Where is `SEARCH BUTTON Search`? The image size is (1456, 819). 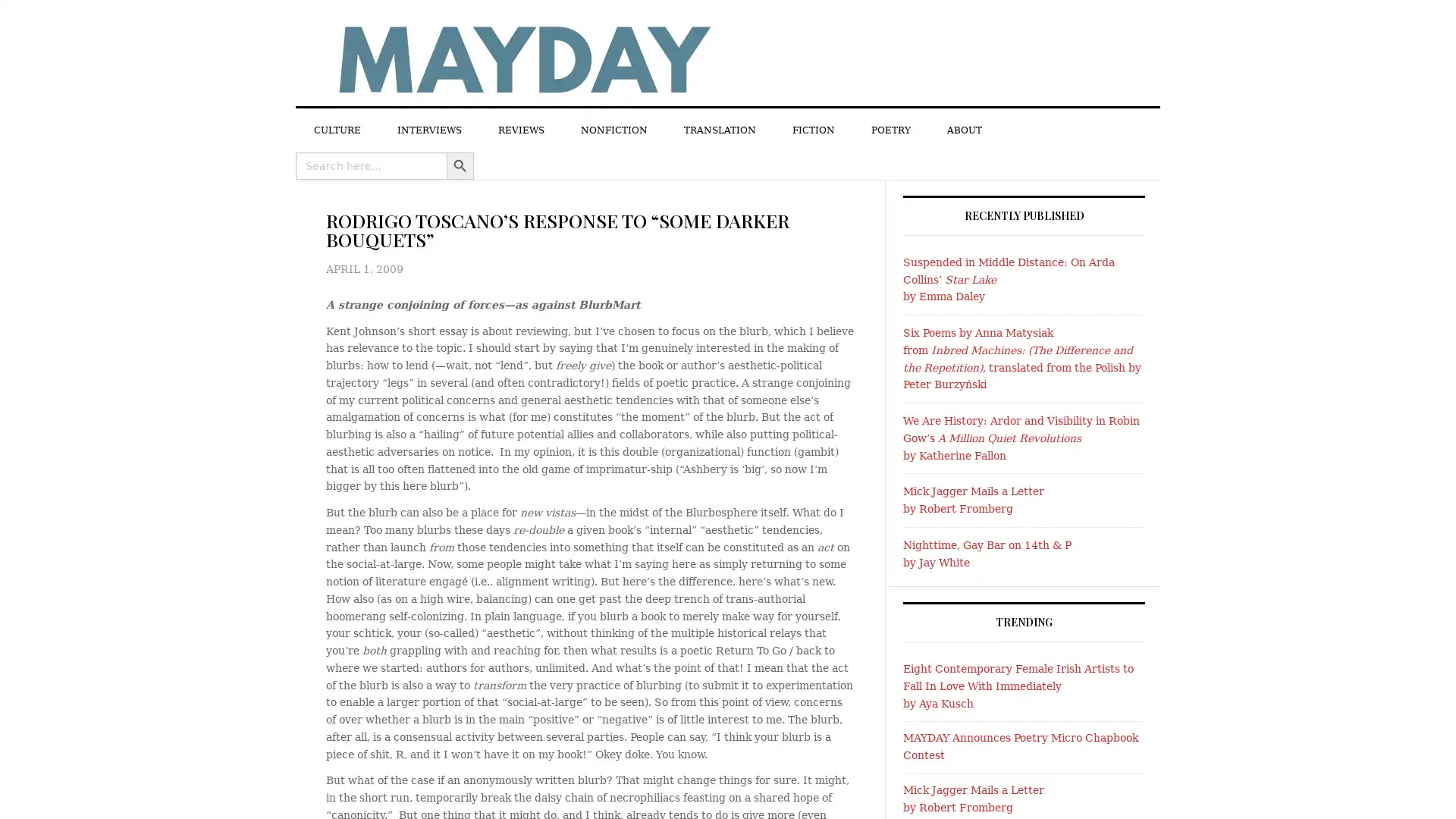 SEARCH BUTTON Search is located at coordinates (453, 166).